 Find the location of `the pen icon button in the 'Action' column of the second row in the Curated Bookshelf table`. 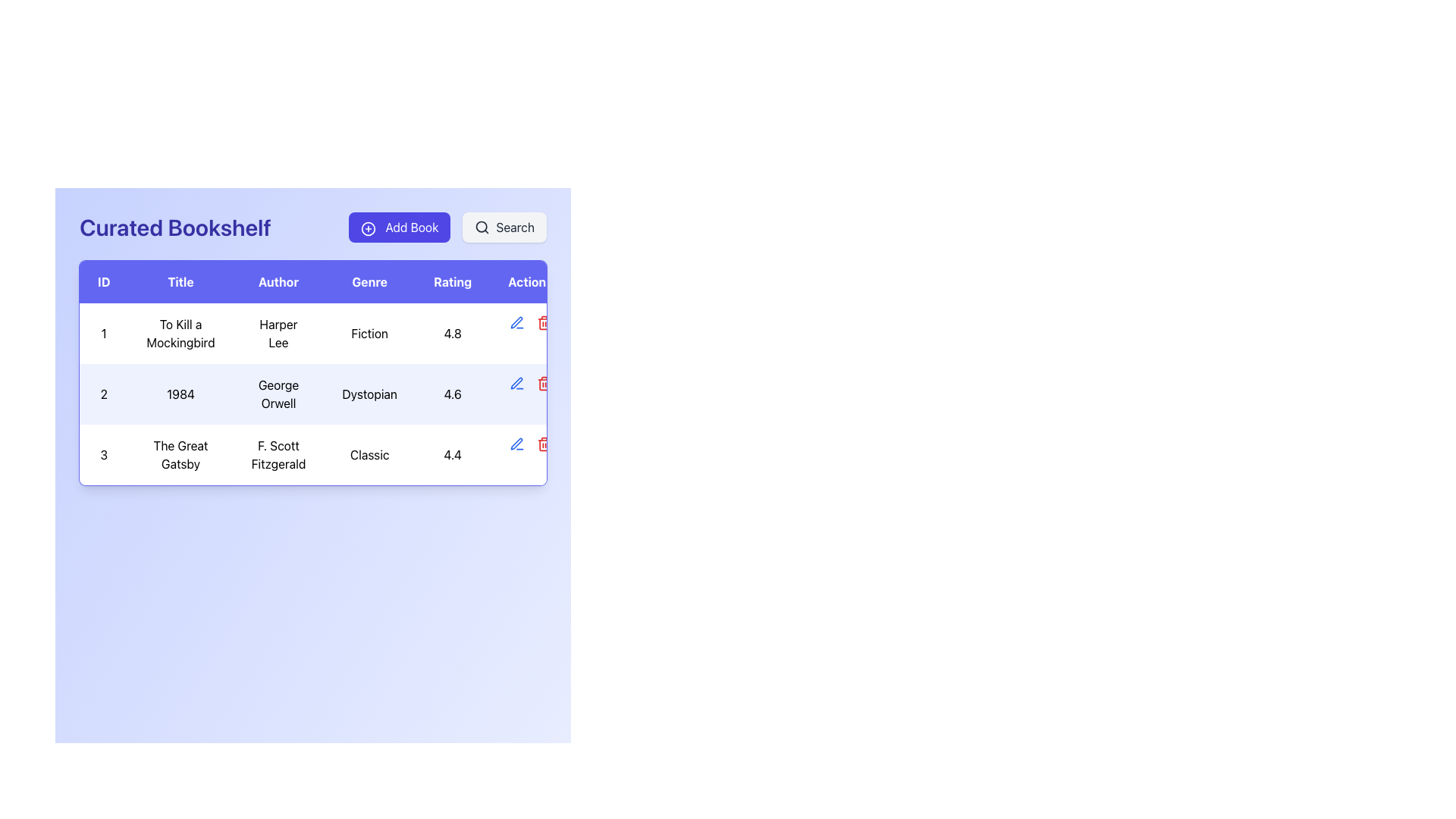

the pen icon button in the 'Action' column of the second row in the Curated Bookshelf table is located at coordinates (516, 322).